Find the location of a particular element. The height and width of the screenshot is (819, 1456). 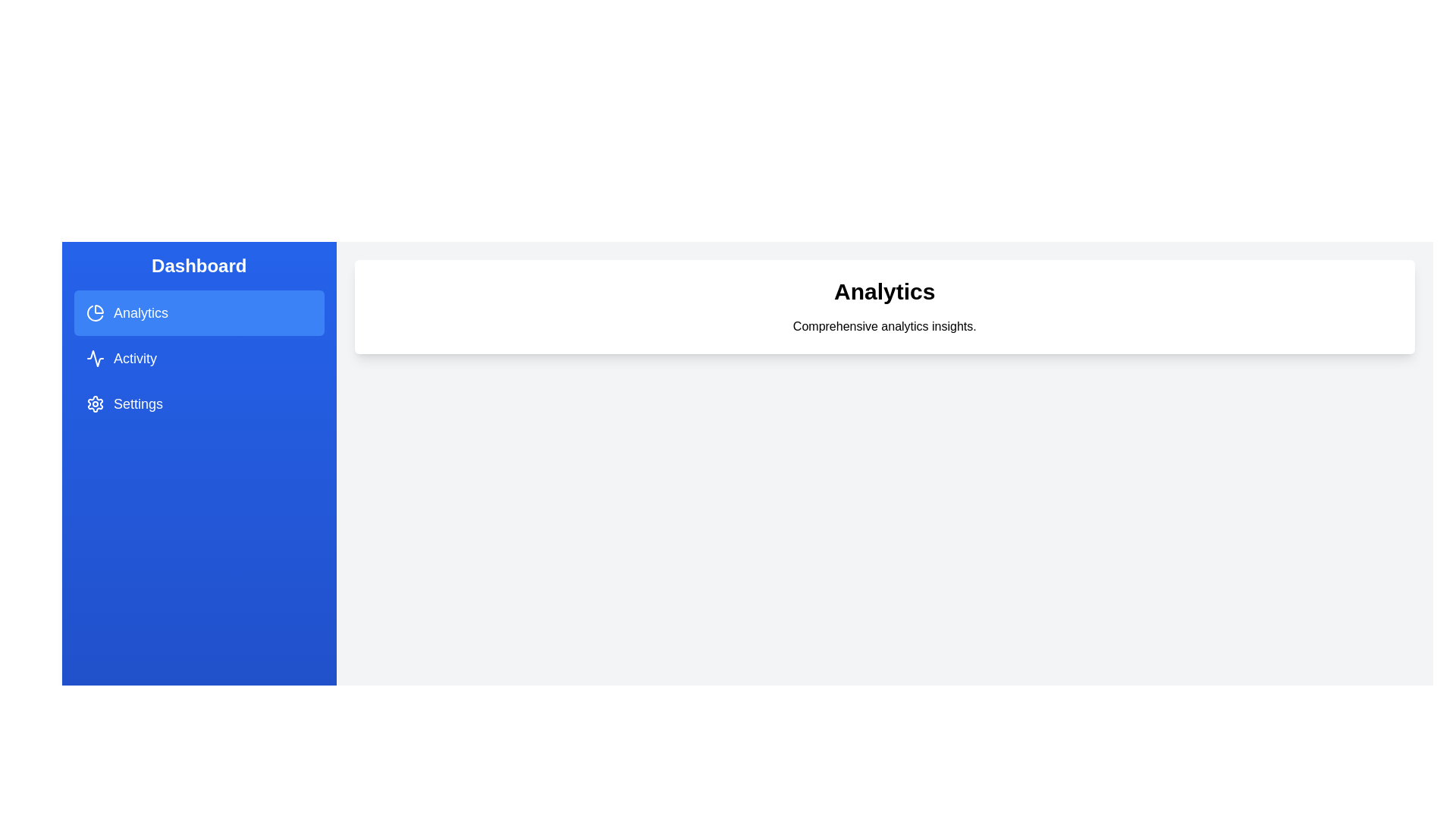

the navigational 'Activity' button located in the sidebar menu, which is positioned below the 'Analytics' button and above the 'Settings' button is located at coordinates (198, 359).